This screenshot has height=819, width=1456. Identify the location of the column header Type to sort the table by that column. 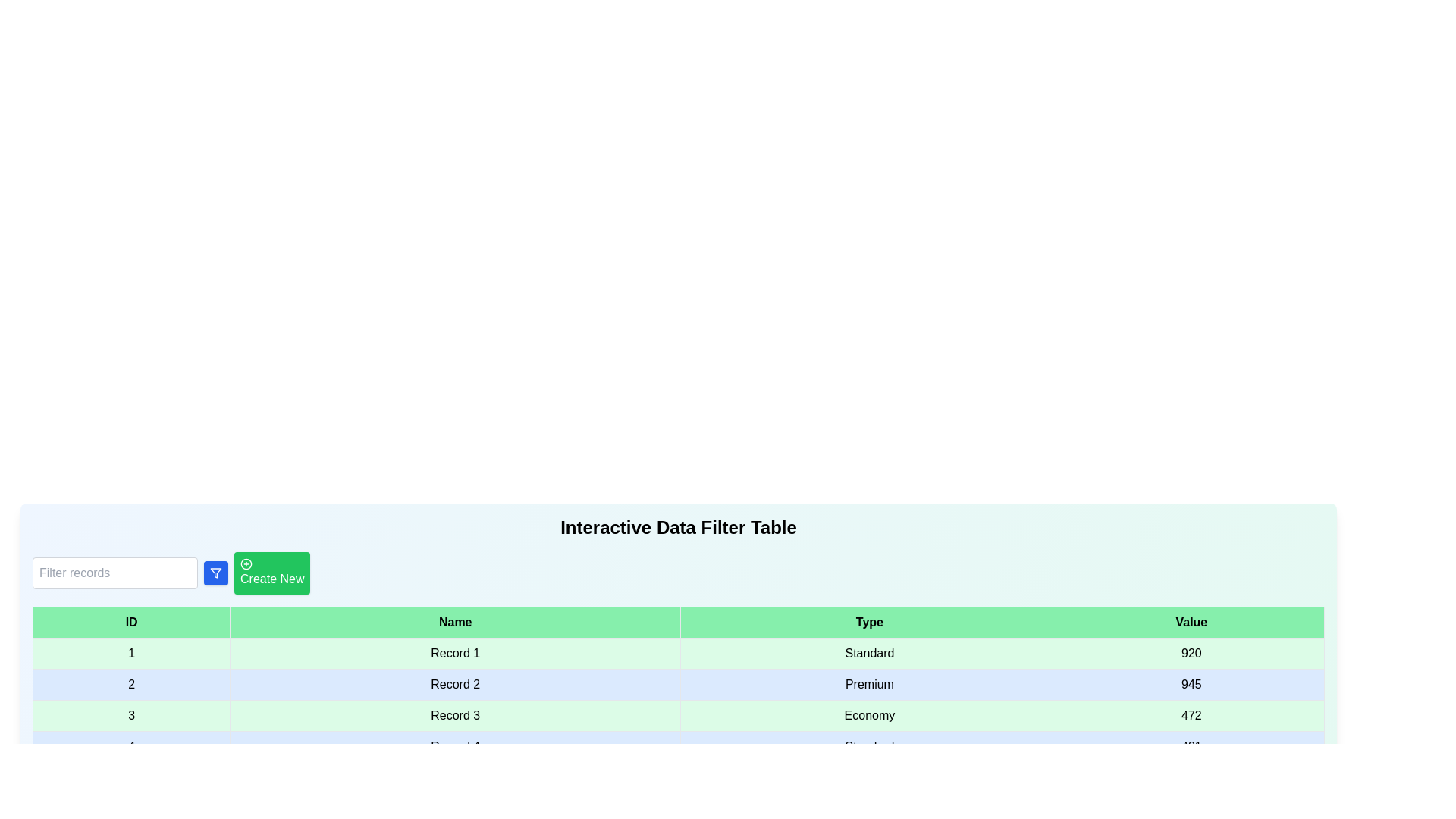
(870, 623).